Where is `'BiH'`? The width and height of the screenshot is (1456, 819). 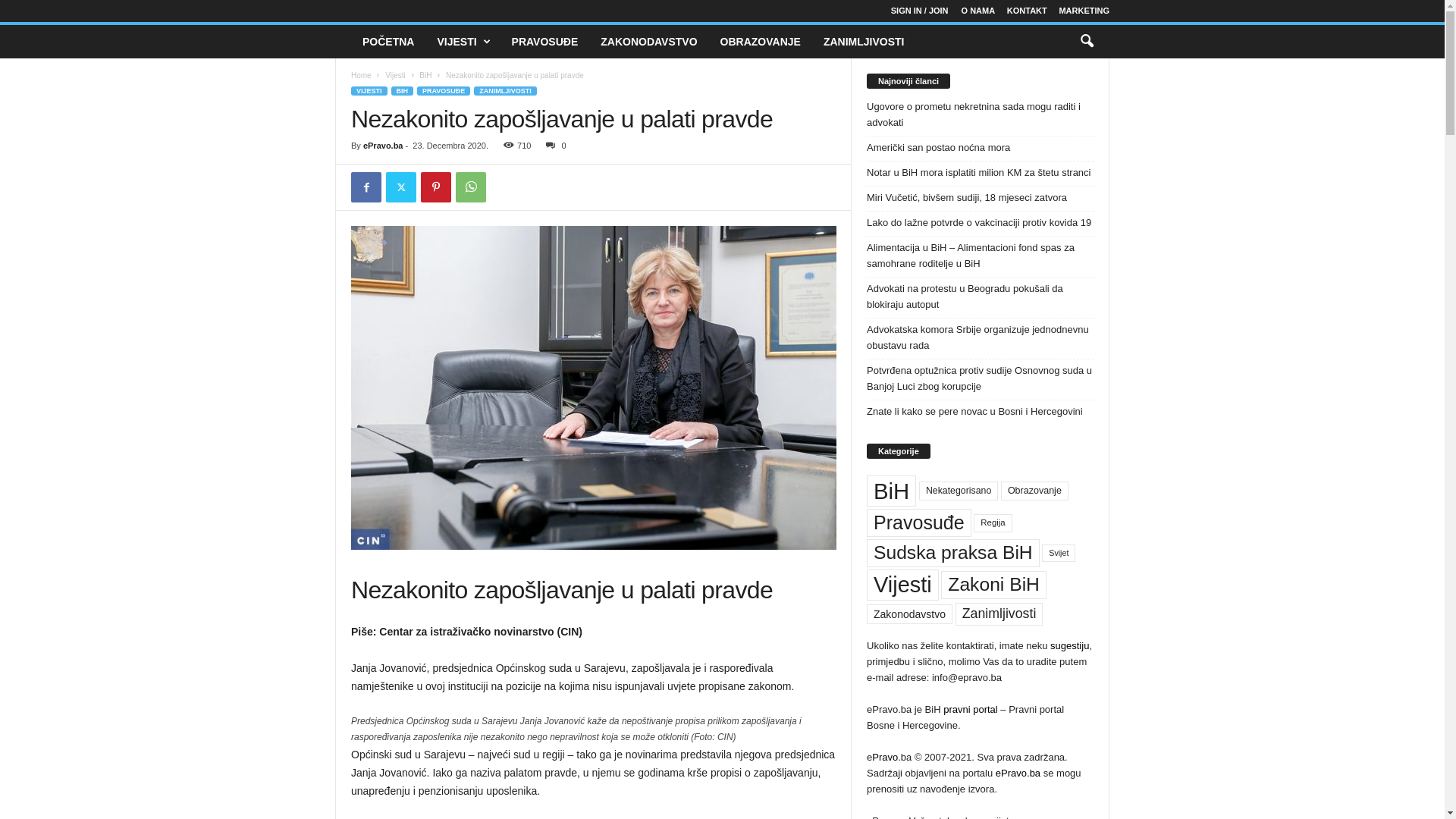
'BiH' is located at coordinates (419, 75).